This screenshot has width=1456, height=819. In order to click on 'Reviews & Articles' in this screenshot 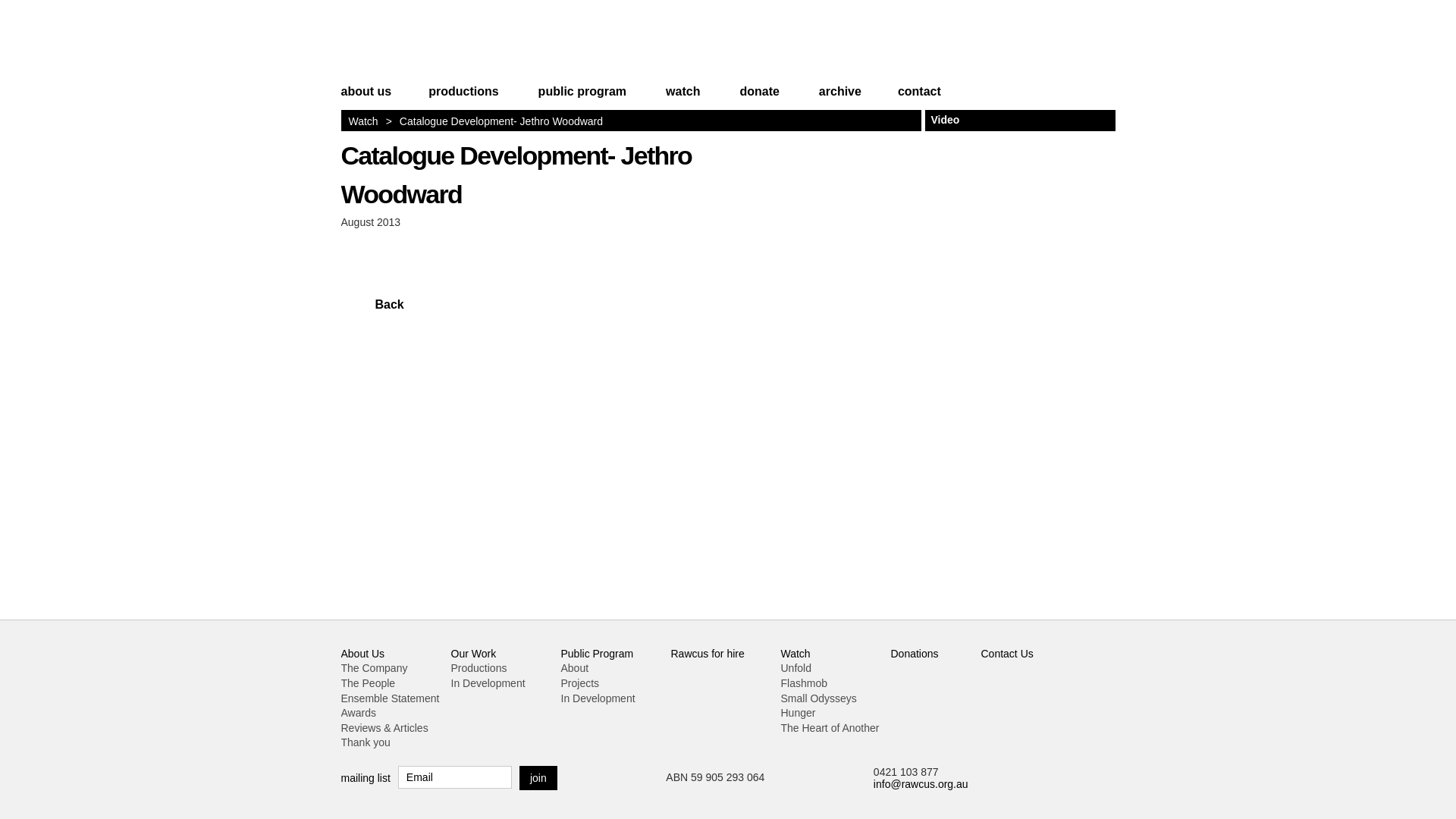, I will do `click(384, 727)`.